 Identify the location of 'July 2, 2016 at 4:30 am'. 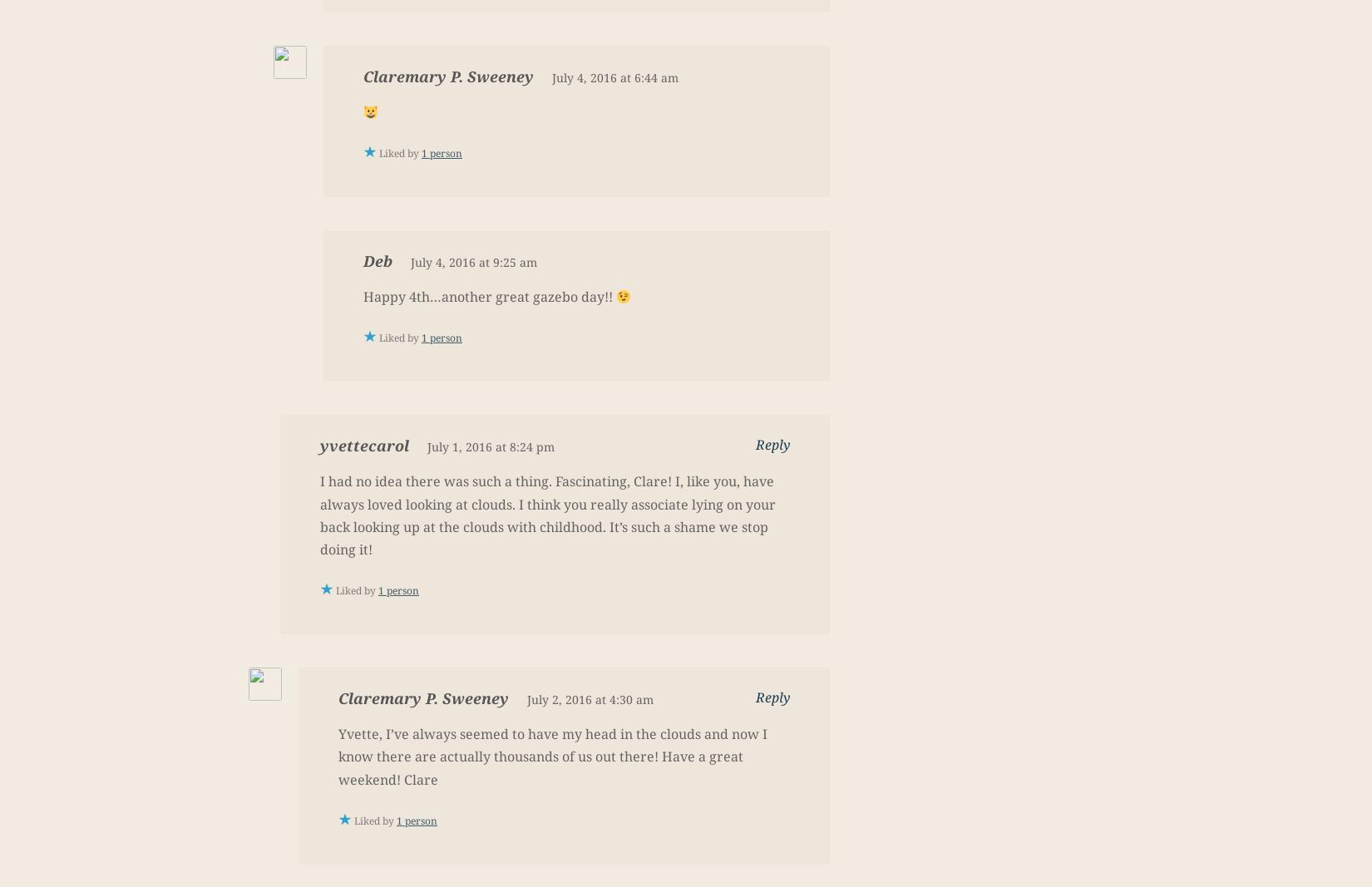
(589, 698).